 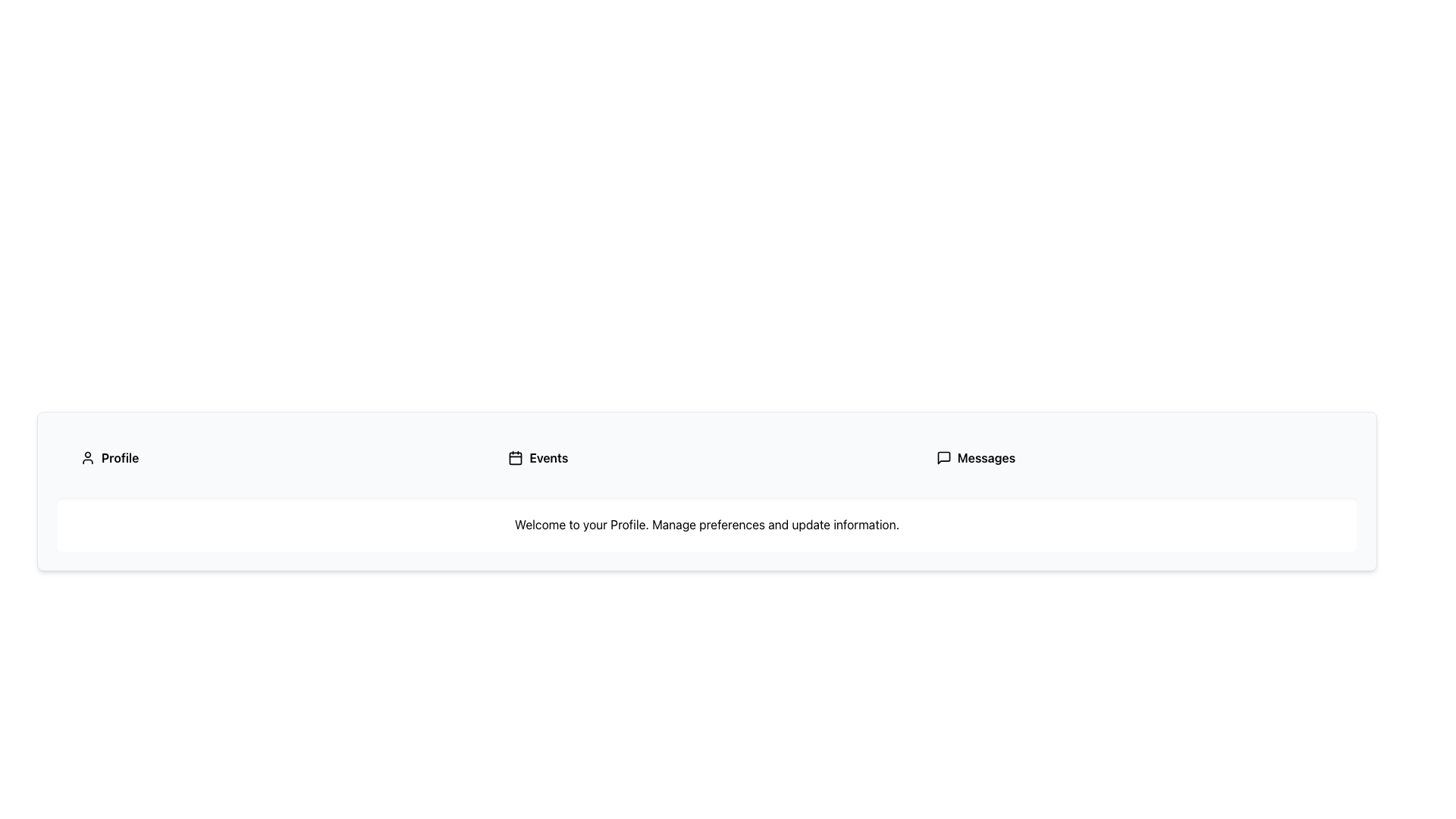 What do you see at coordinates (706, 523) in the screenshot?
I see `information displayed in the Informational Text Block located below the header options including 'Profile,' 'Events,' and 'Messages.'` at bounding box center [706, 523].